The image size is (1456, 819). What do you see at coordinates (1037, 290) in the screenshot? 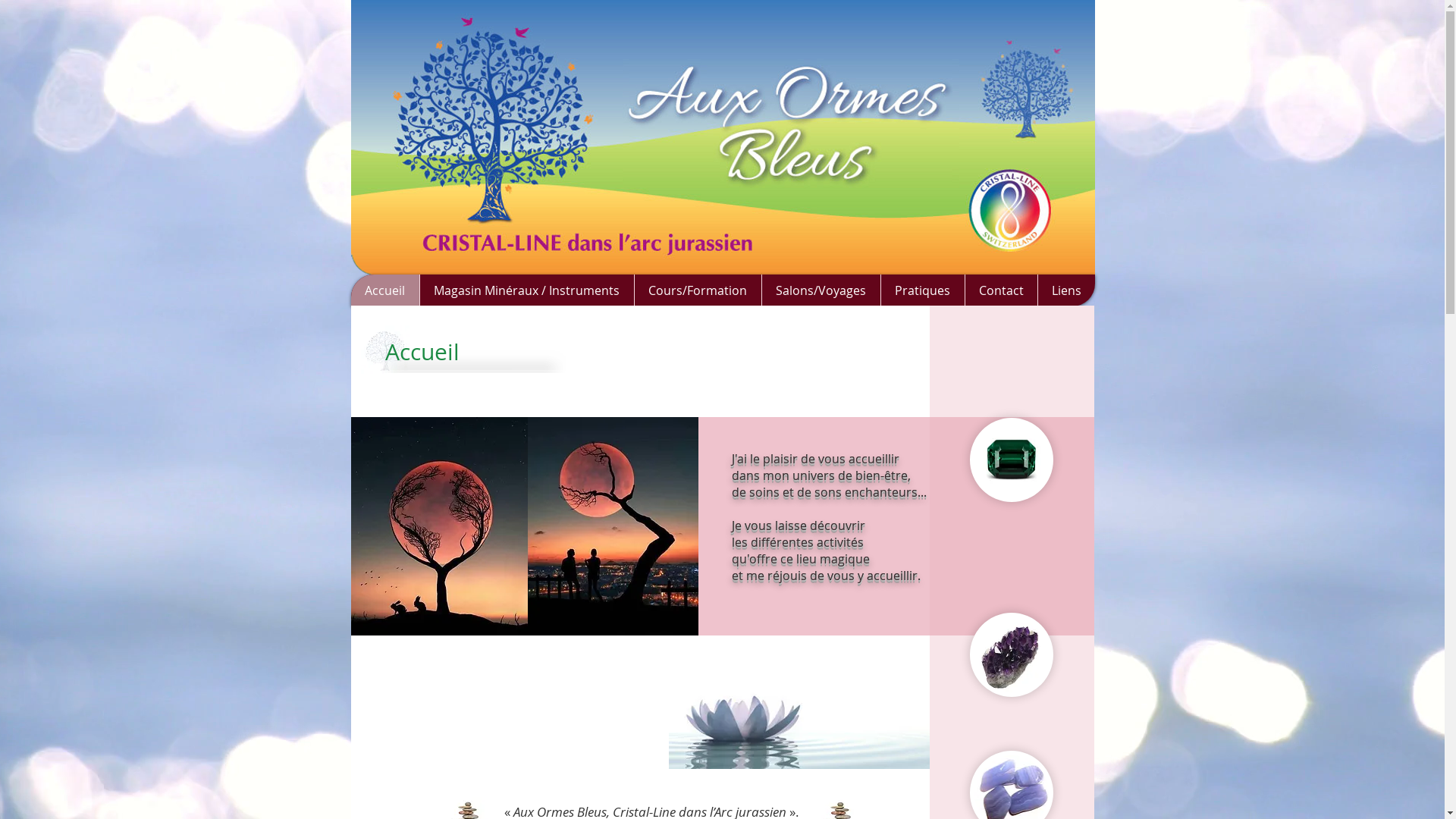
I see `'Liens'` at bounding box center [1037, 290].